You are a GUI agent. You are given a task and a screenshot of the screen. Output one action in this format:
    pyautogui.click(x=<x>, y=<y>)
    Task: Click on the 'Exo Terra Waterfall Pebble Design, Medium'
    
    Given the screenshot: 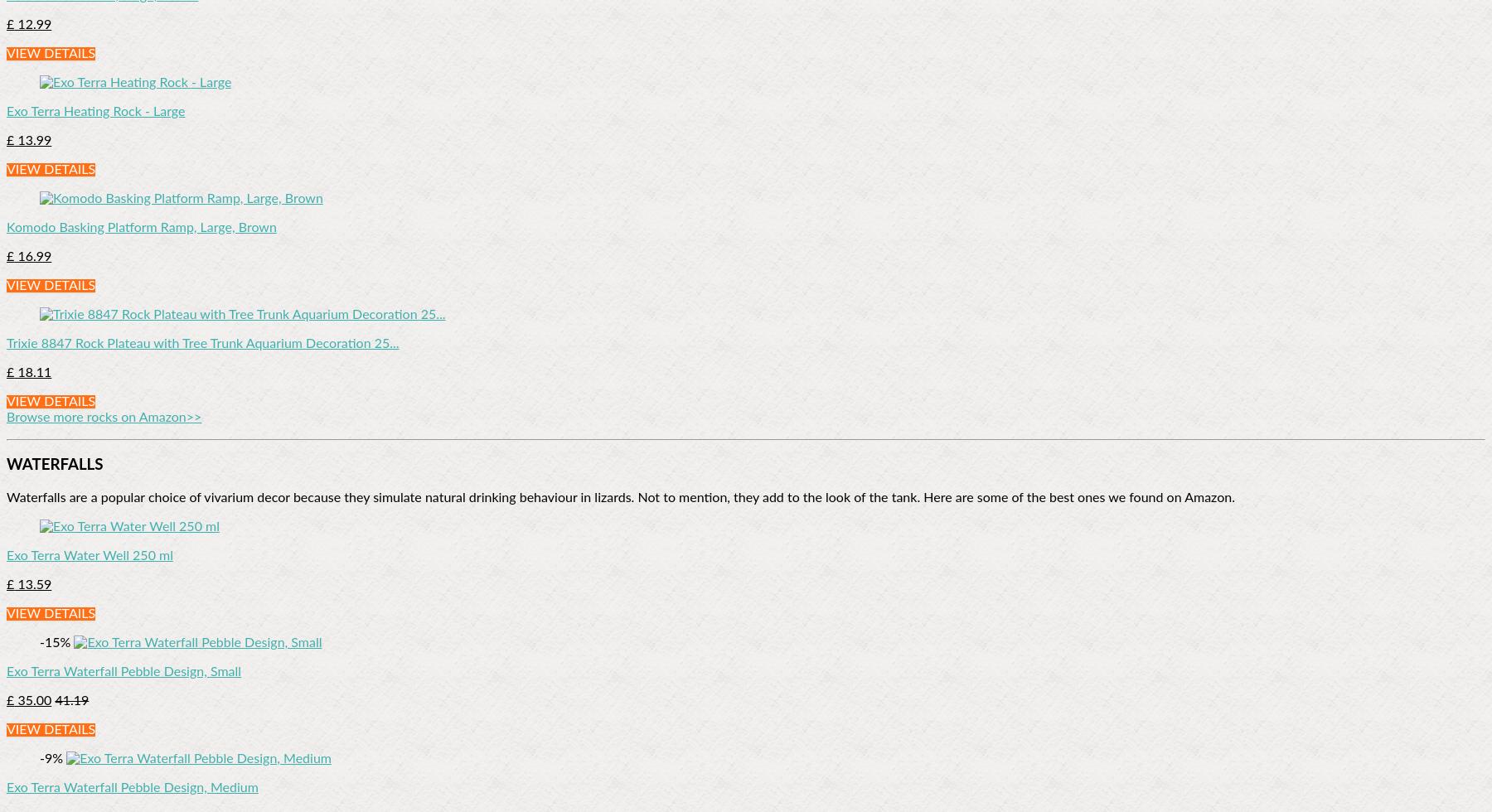 What is the action you would take?
    pyautogui.click(x=132, y=787)
    